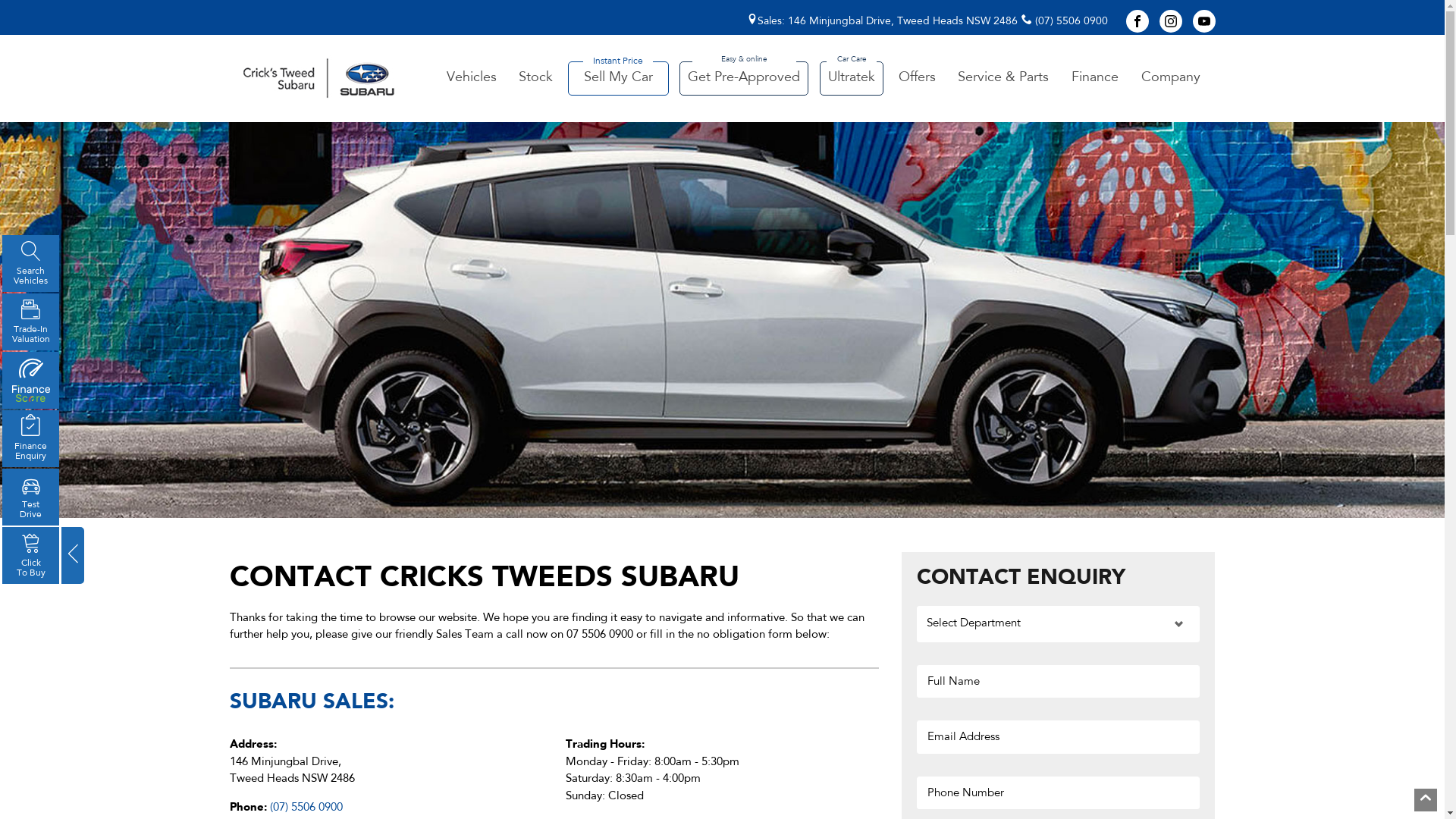 The height and width of the screenshot is (819, 1456). I want to click on 'Service & Parts', so click(949, 78).